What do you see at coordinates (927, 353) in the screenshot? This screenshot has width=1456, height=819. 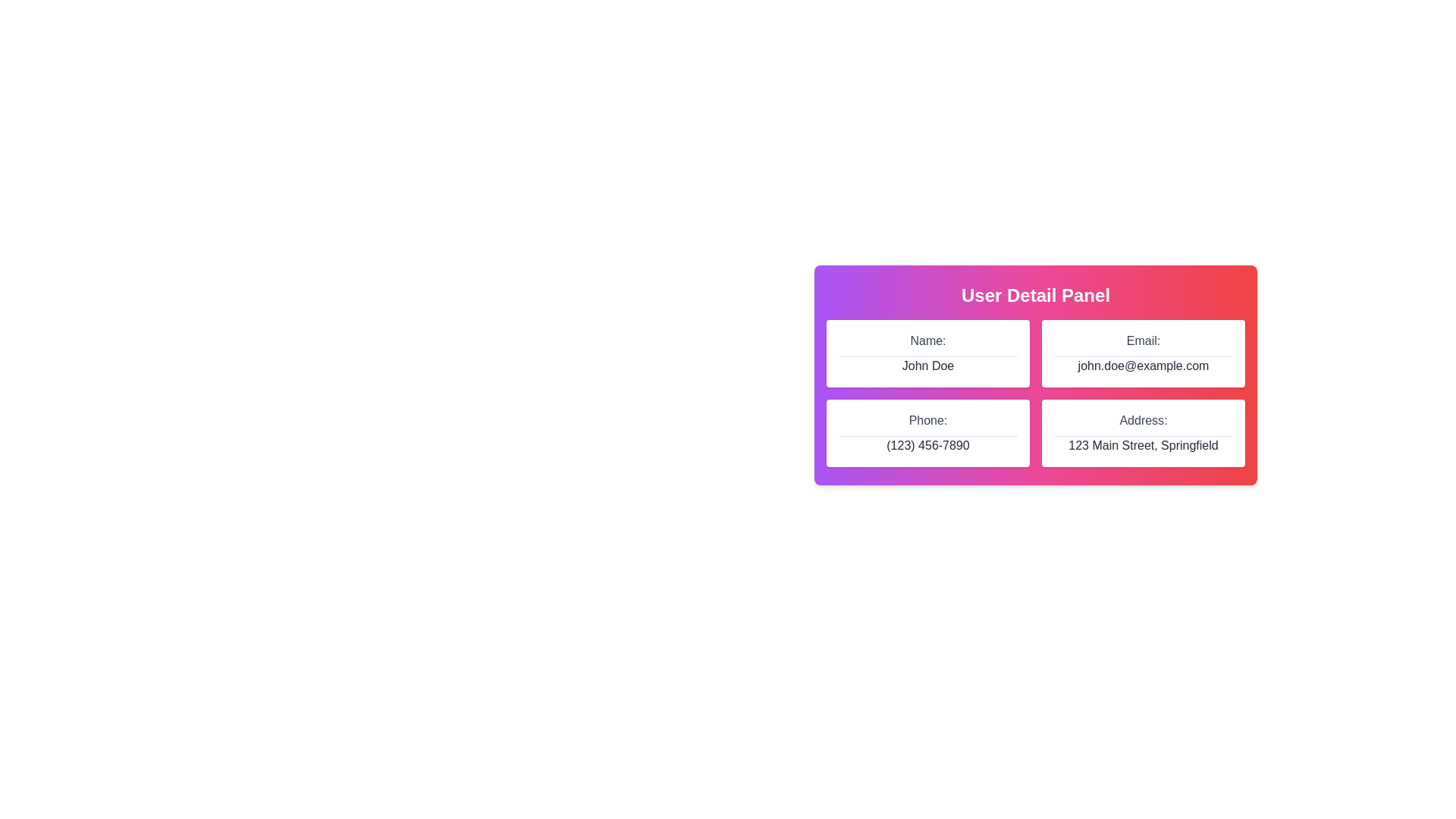 I see `the Text Display Box containing the label 'Name:' and the name 'John Doe', located in the User Detail Panel, which is the first box in a 2x2 grid layout` at bounding box center [927, 353].